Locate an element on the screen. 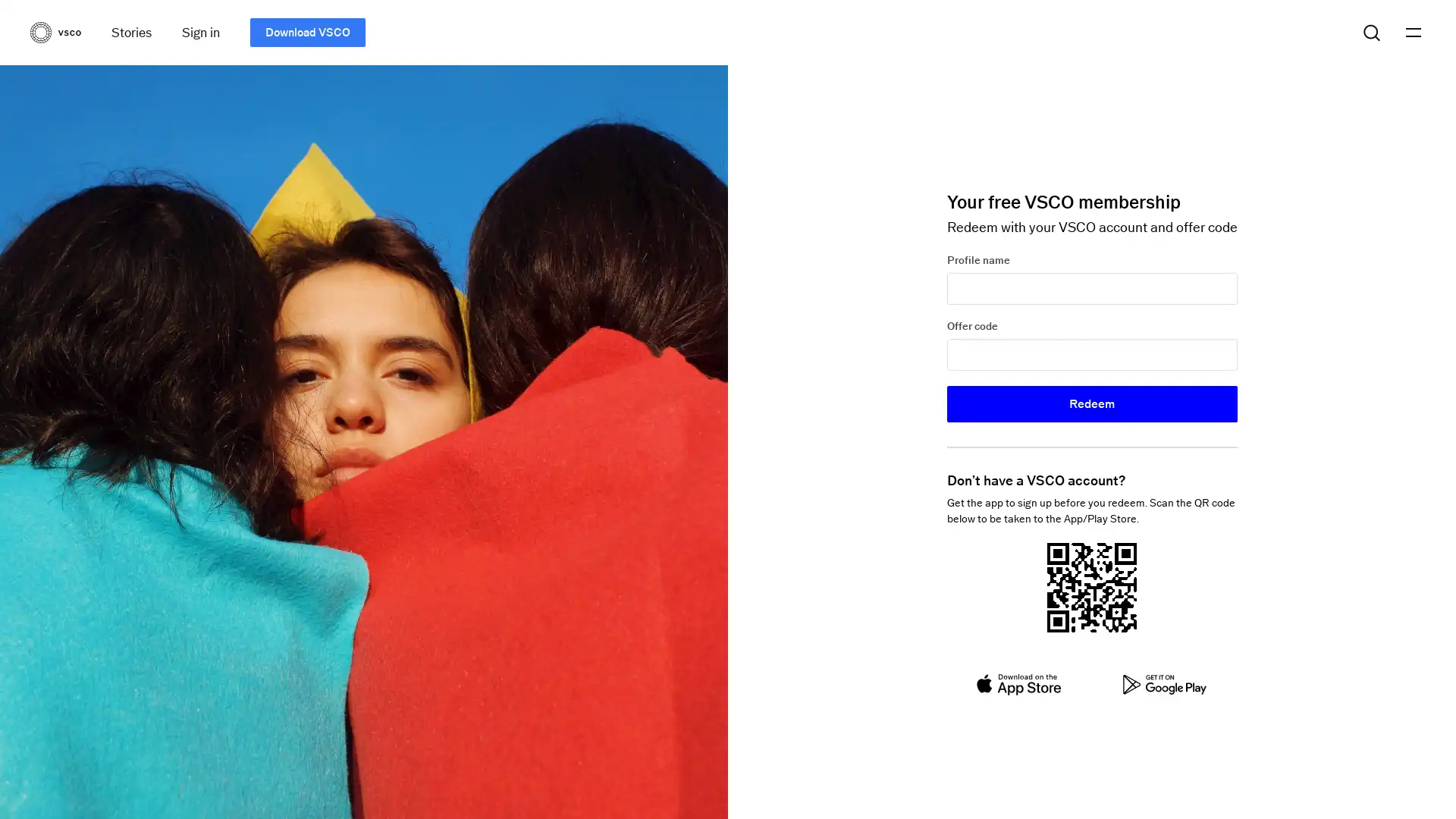 This screenshot has width=1456, height=819. Redeem is located at coordinates (1090, 403).